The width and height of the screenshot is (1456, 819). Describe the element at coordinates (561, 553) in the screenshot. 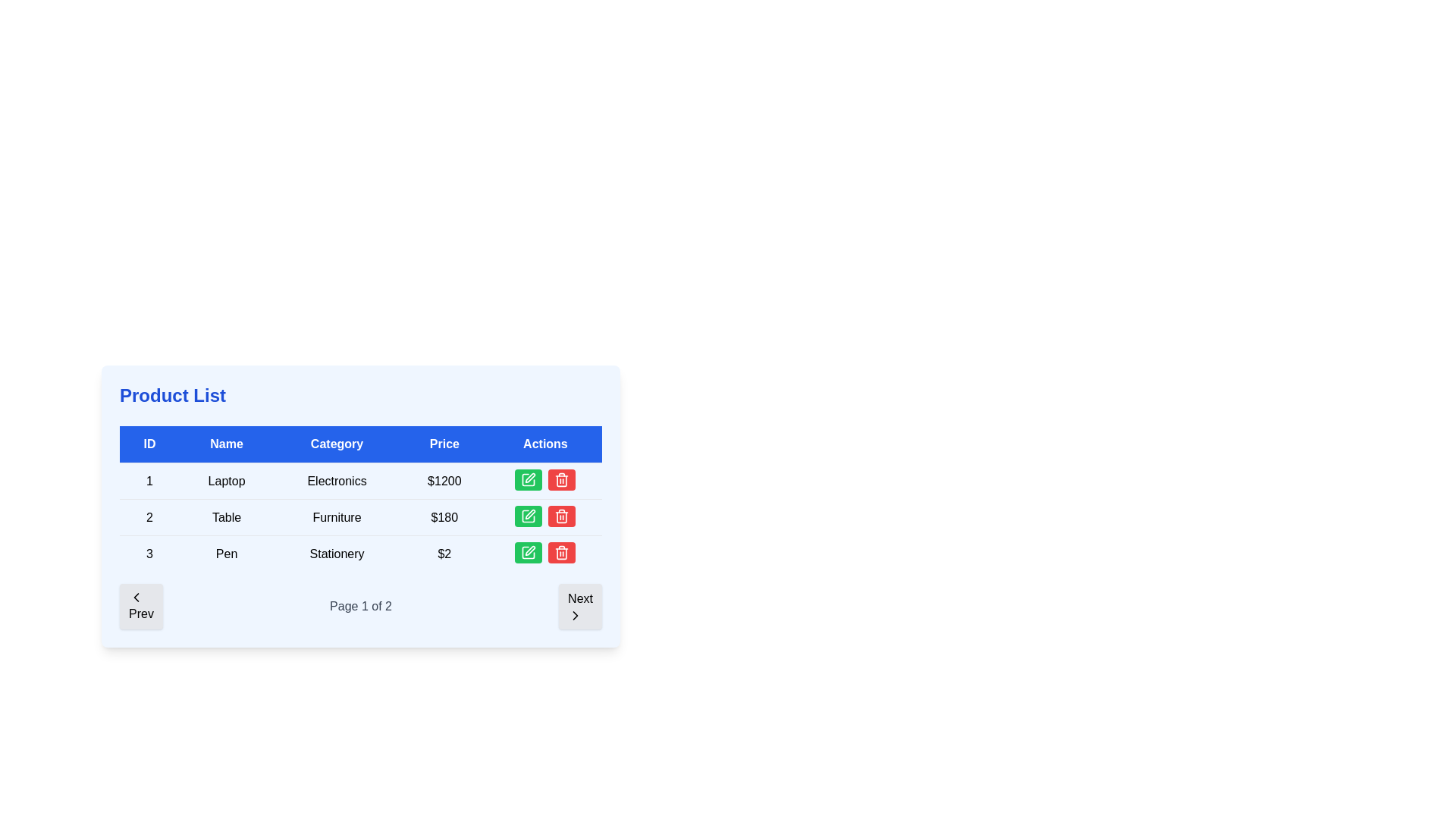

I see `the delete button located in the 'Actions' column at the third row of the table` at that location.